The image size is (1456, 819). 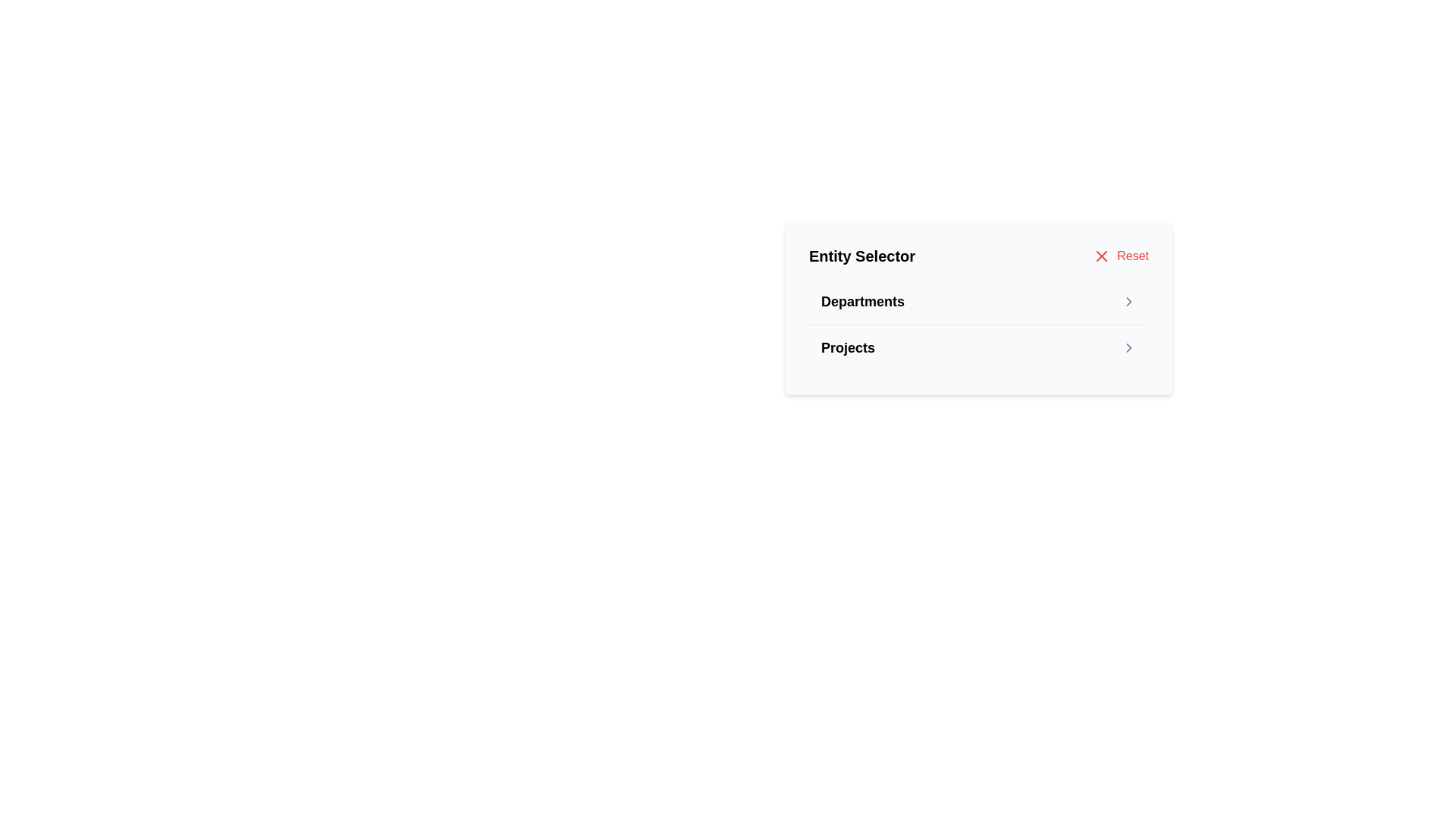 What do you see at coordinates (1121, 256) in the screenshot?
I see `the 'Reset' button with a red text color and an 'X' icon, located in the top-right corner of the 'Entity Selector' section` at bounding box center [1121, 256].